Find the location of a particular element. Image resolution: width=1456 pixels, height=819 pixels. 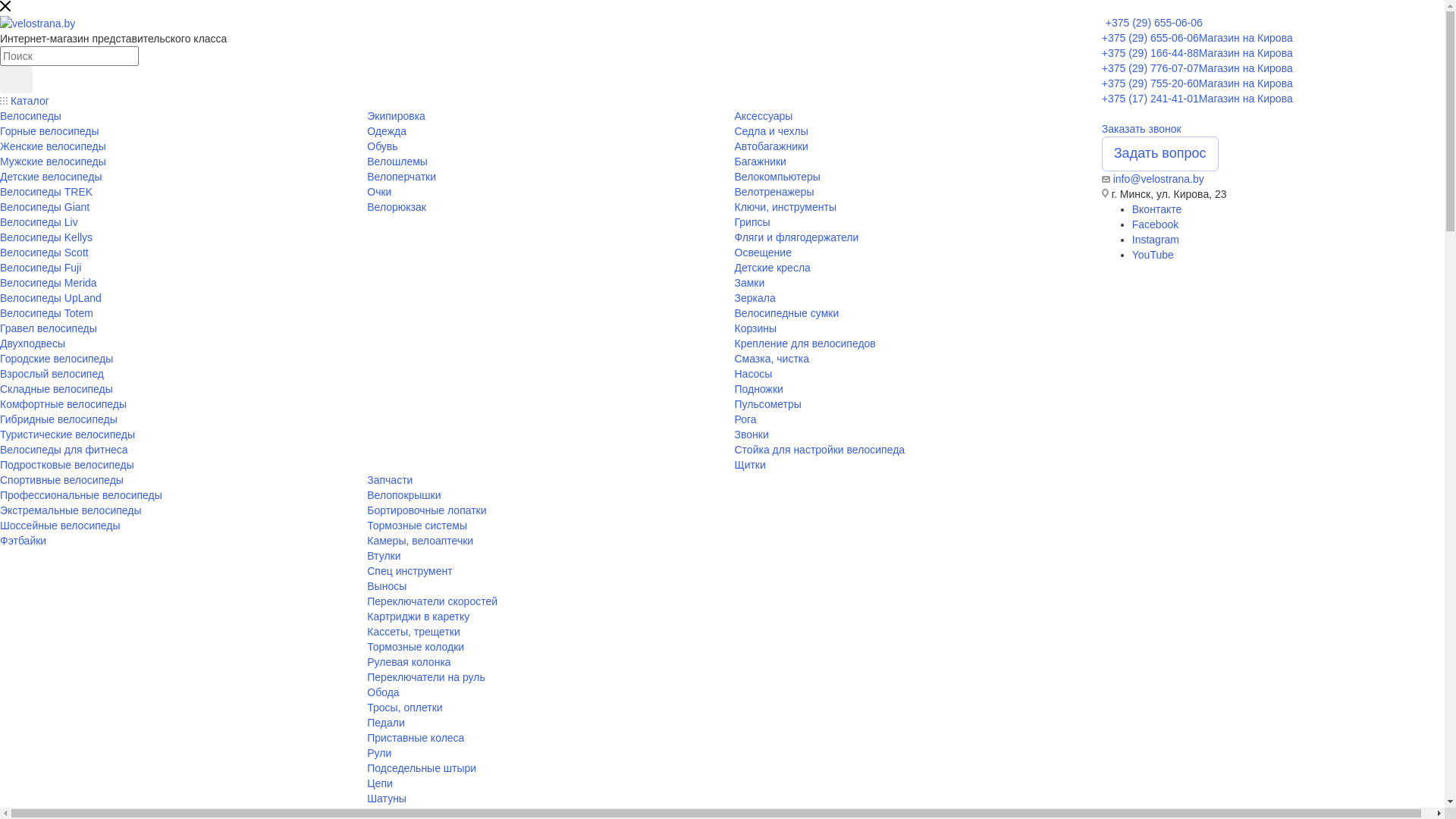

'Instagram' is located at coordinates (1154, 239).